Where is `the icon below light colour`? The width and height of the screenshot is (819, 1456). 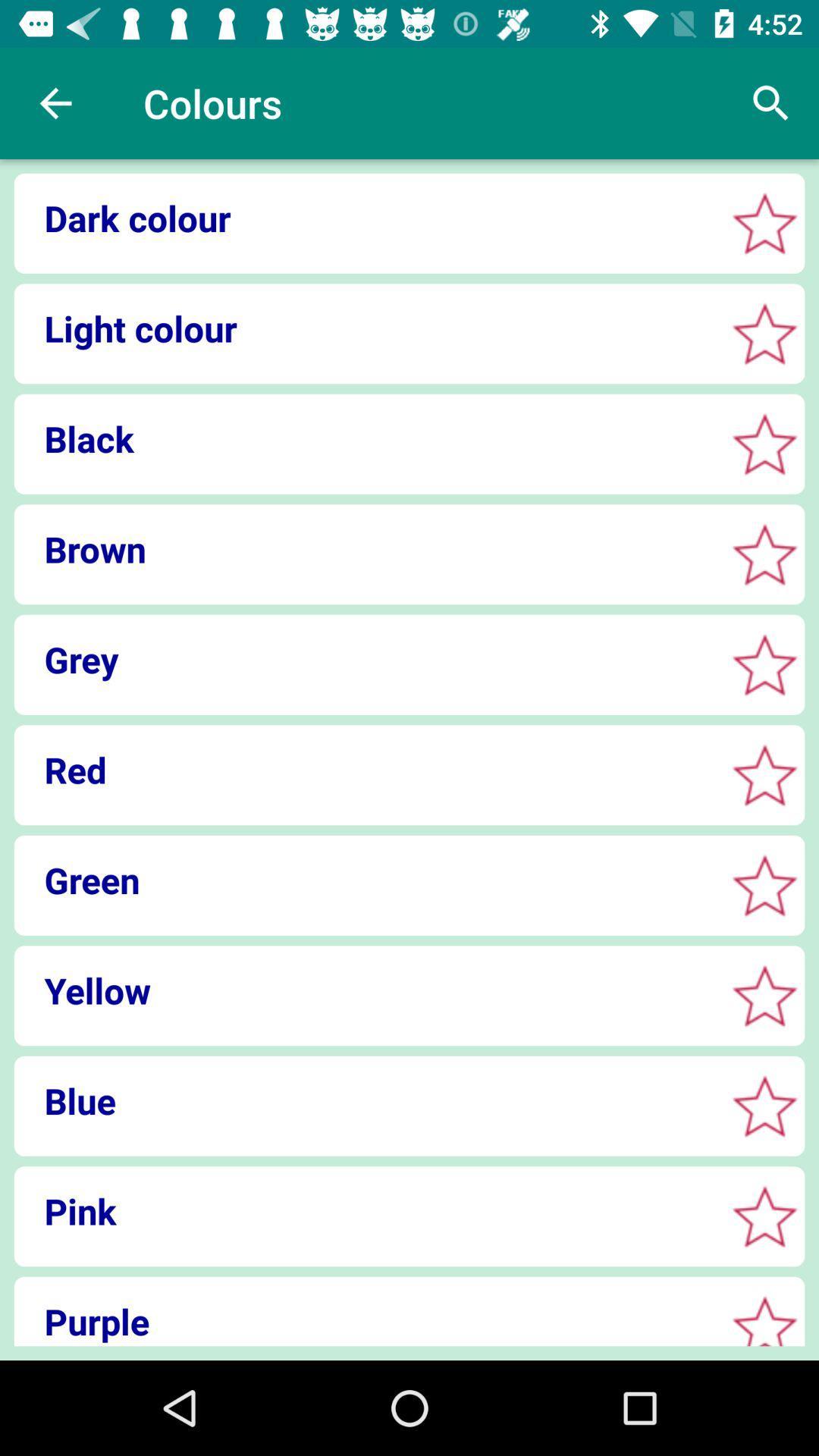 the icon below light colour is located at coordinates (365, 438).